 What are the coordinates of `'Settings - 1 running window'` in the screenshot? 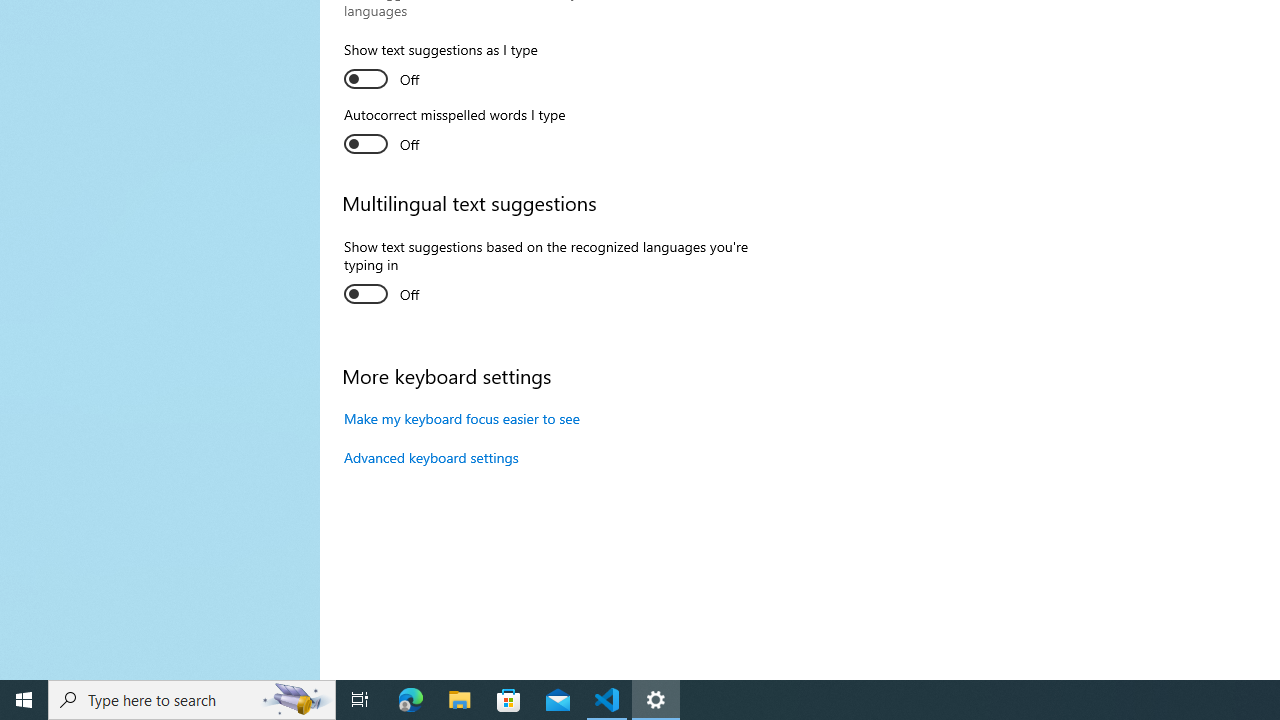 It's located at (656, 698).